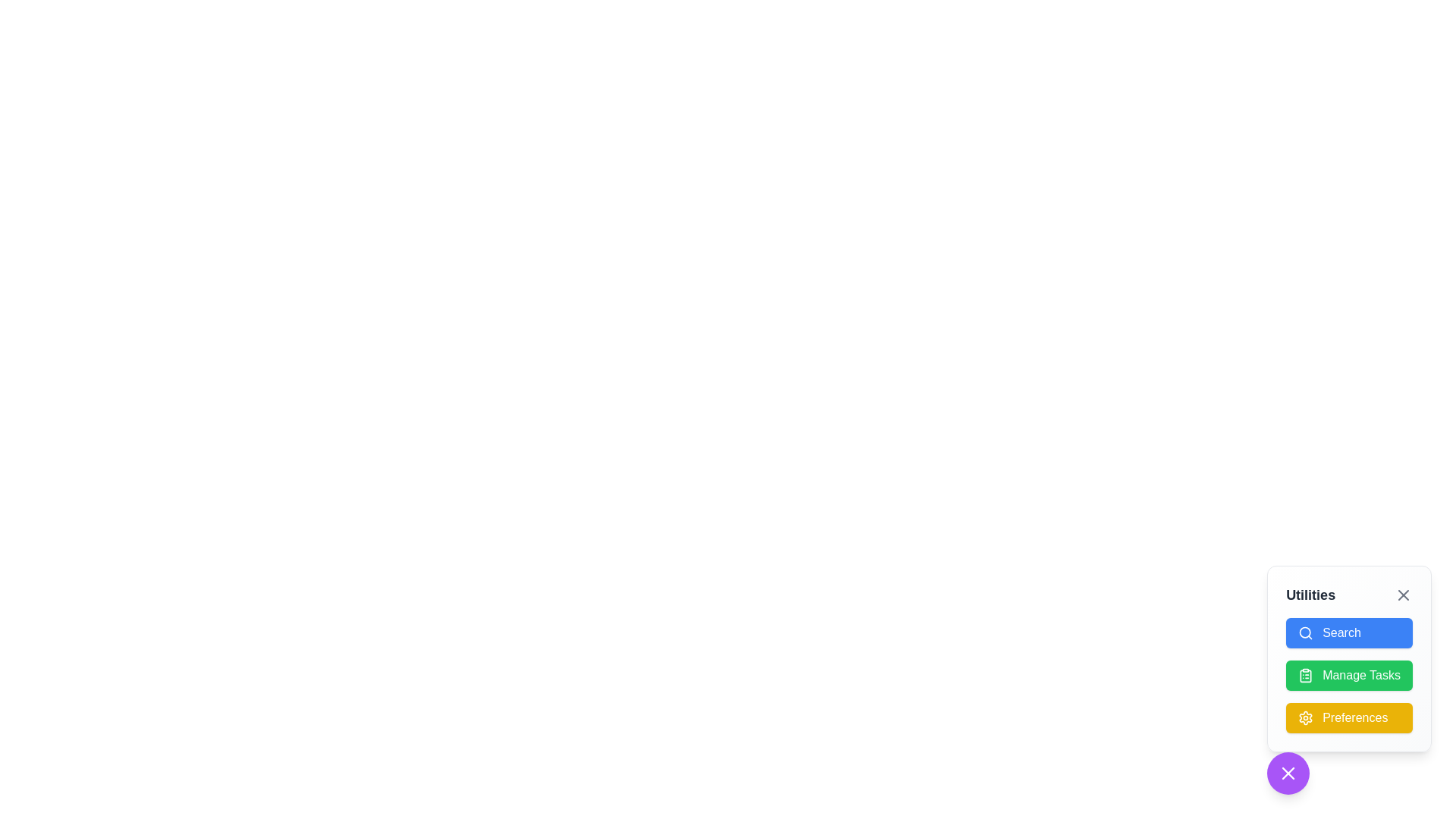 The image size is (1456, 819). I want to click on the 'Manage Tasks' button, which is the second button in a series of three vertically-stacked buttons in the bottom-right corner of the interface, located below the 'Search' button, so click(1349, 657).